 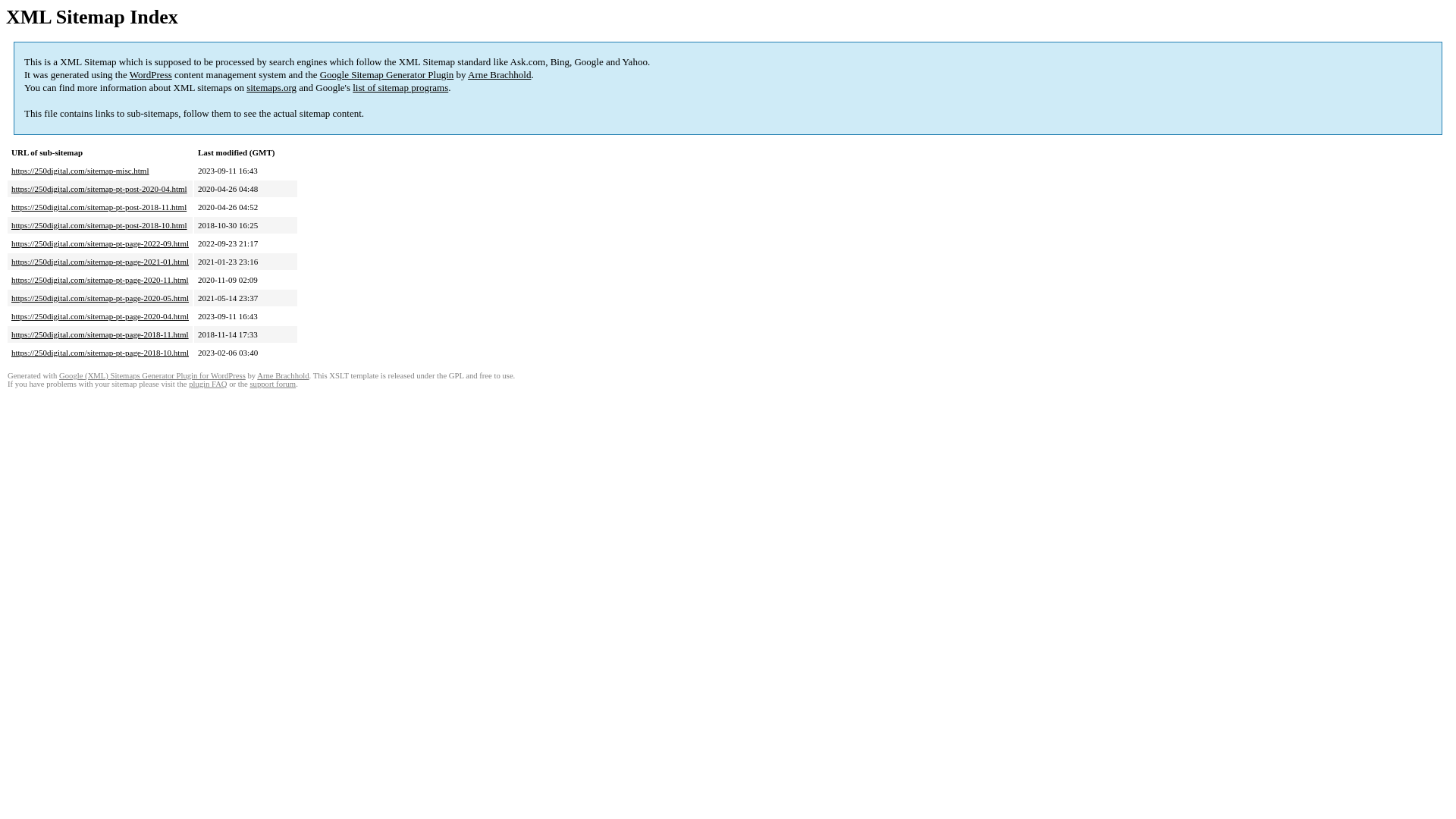 What do you see at coordinates (400, 87) in the screenshot?
I see `'list of sitemap programs'` at bounding box center [400, 87].